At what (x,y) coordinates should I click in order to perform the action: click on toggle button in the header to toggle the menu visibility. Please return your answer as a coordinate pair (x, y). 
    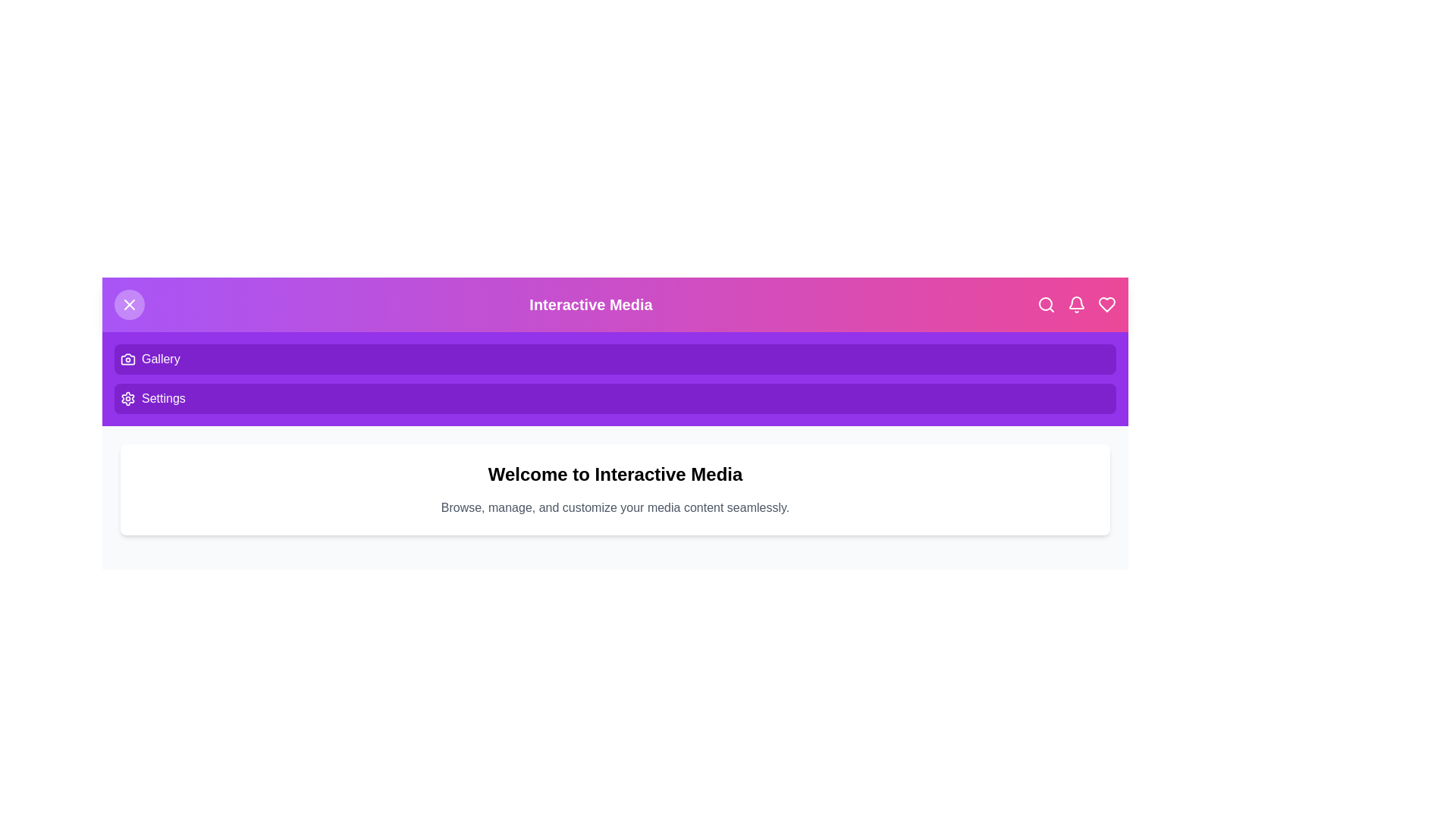
    Looking at the image, I should click on (130, 304).